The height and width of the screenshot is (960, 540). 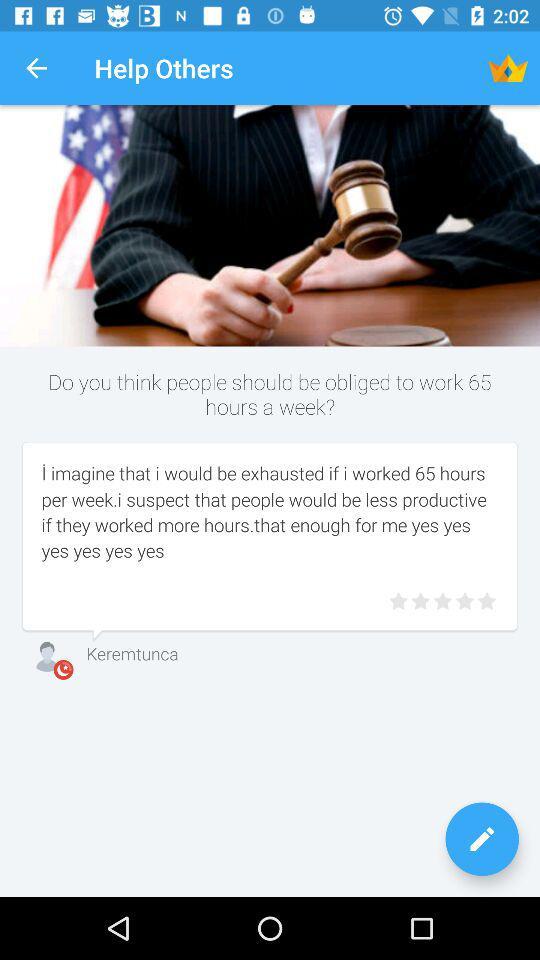 What do you see at coordinates (481, 839) in the screenshot?
I see `write comment` at bounding box center [481, 839].